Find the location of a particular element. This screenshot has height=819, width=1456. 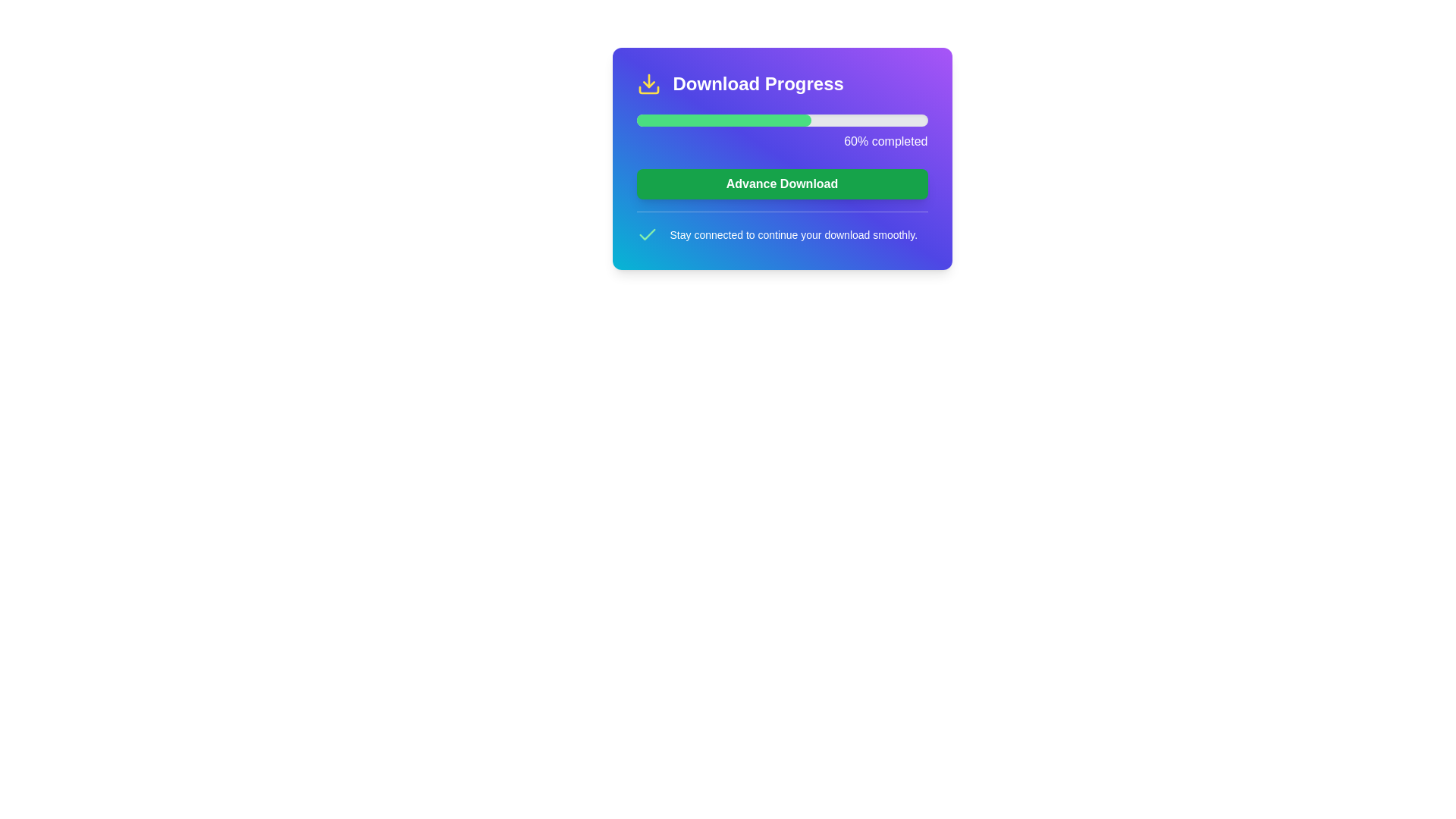

the visual confirmation icon (SVG) located to the left of the text 'Stay connected to continue your download smoothly' is located at coordinates (647, 234).